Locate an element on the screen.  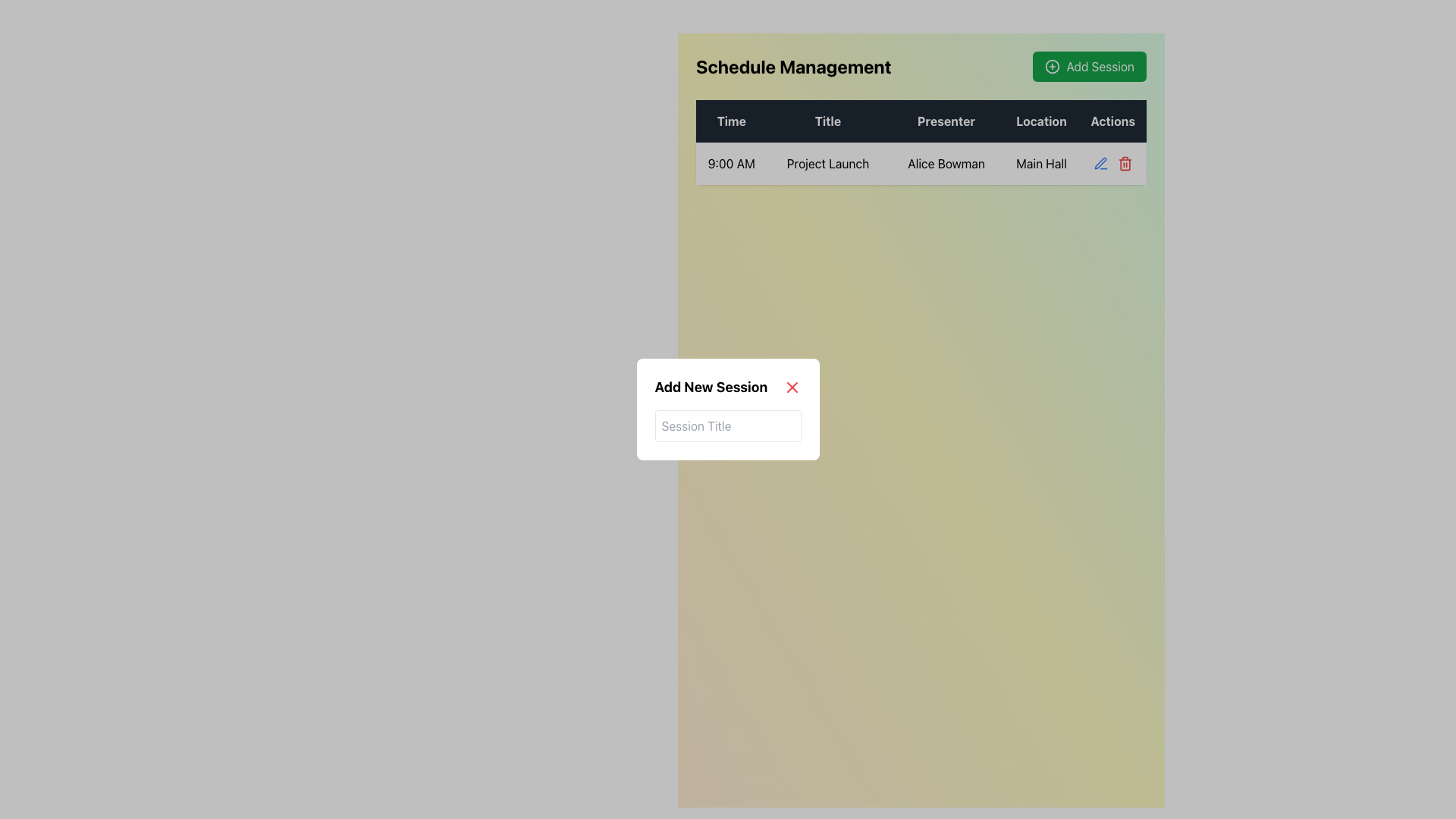
text label displaying 'Time', which is the first heading in a row of five at the top of the table-like structure is located at coordinates (731, 120).